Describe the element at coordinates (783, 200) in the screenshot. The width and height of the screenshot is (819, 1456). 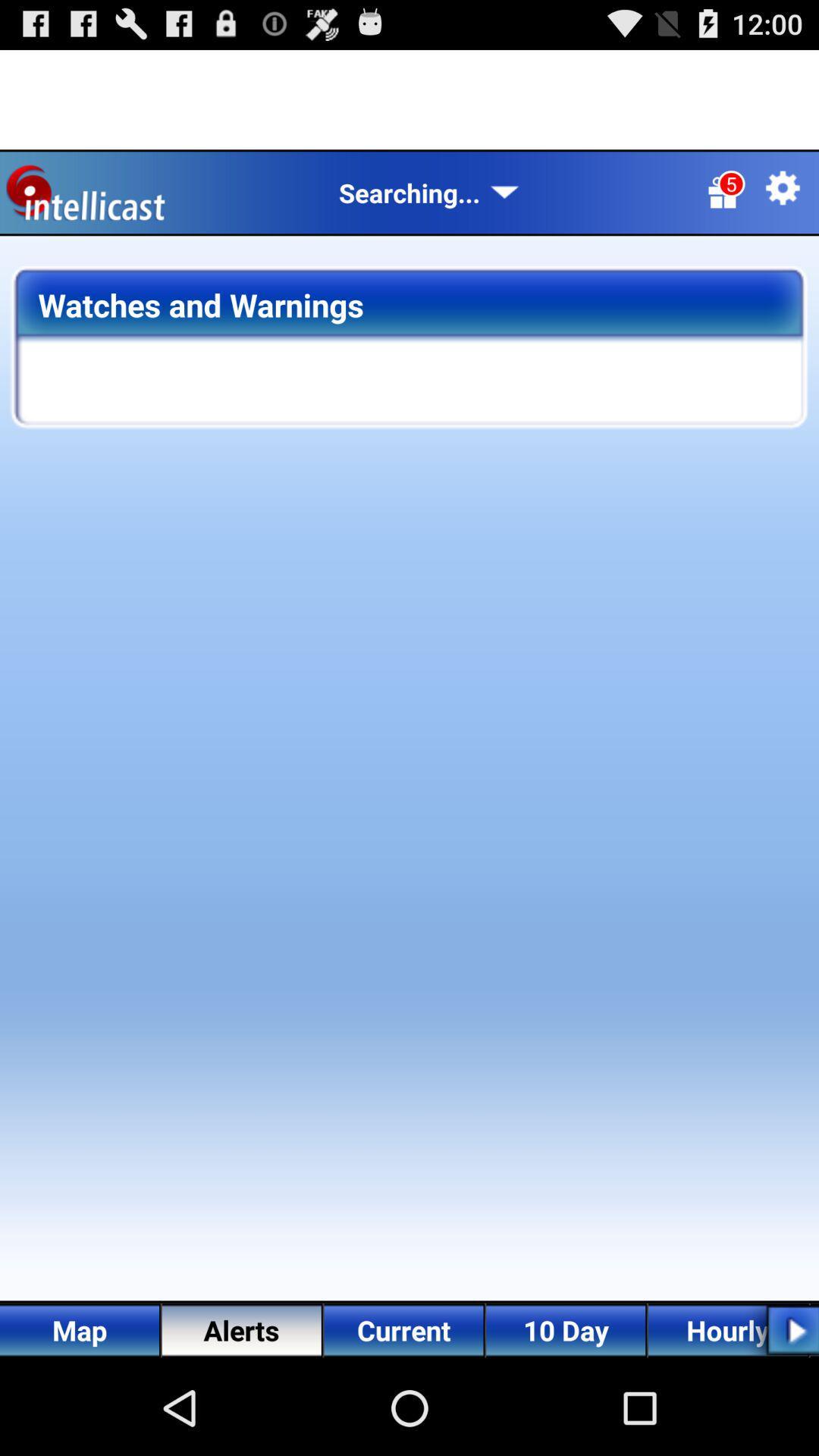
I see `the settings icon` at that location.